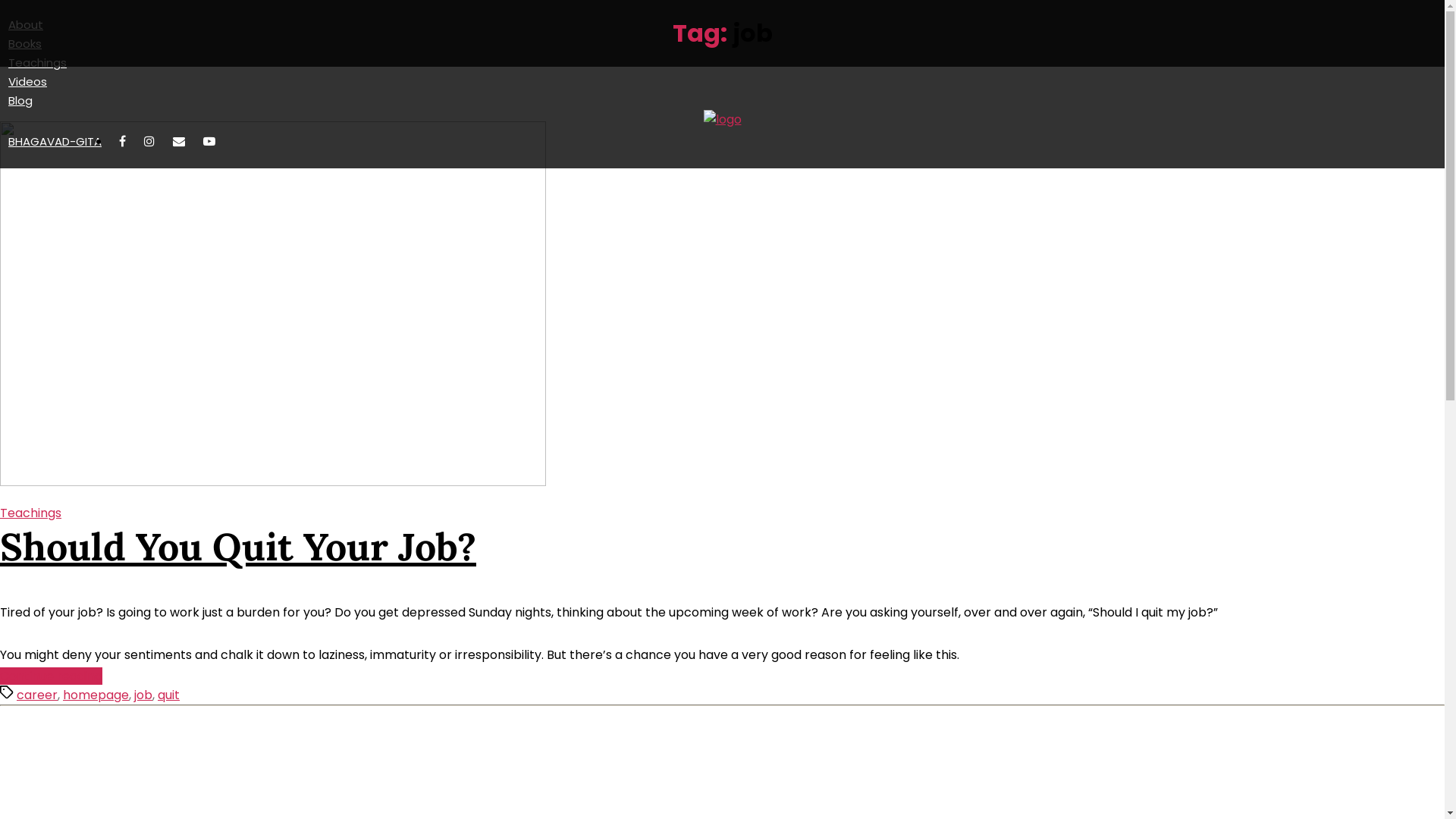 This screenshot has height=819, width=1456. I want to click on 'quit', so click(168, 695).